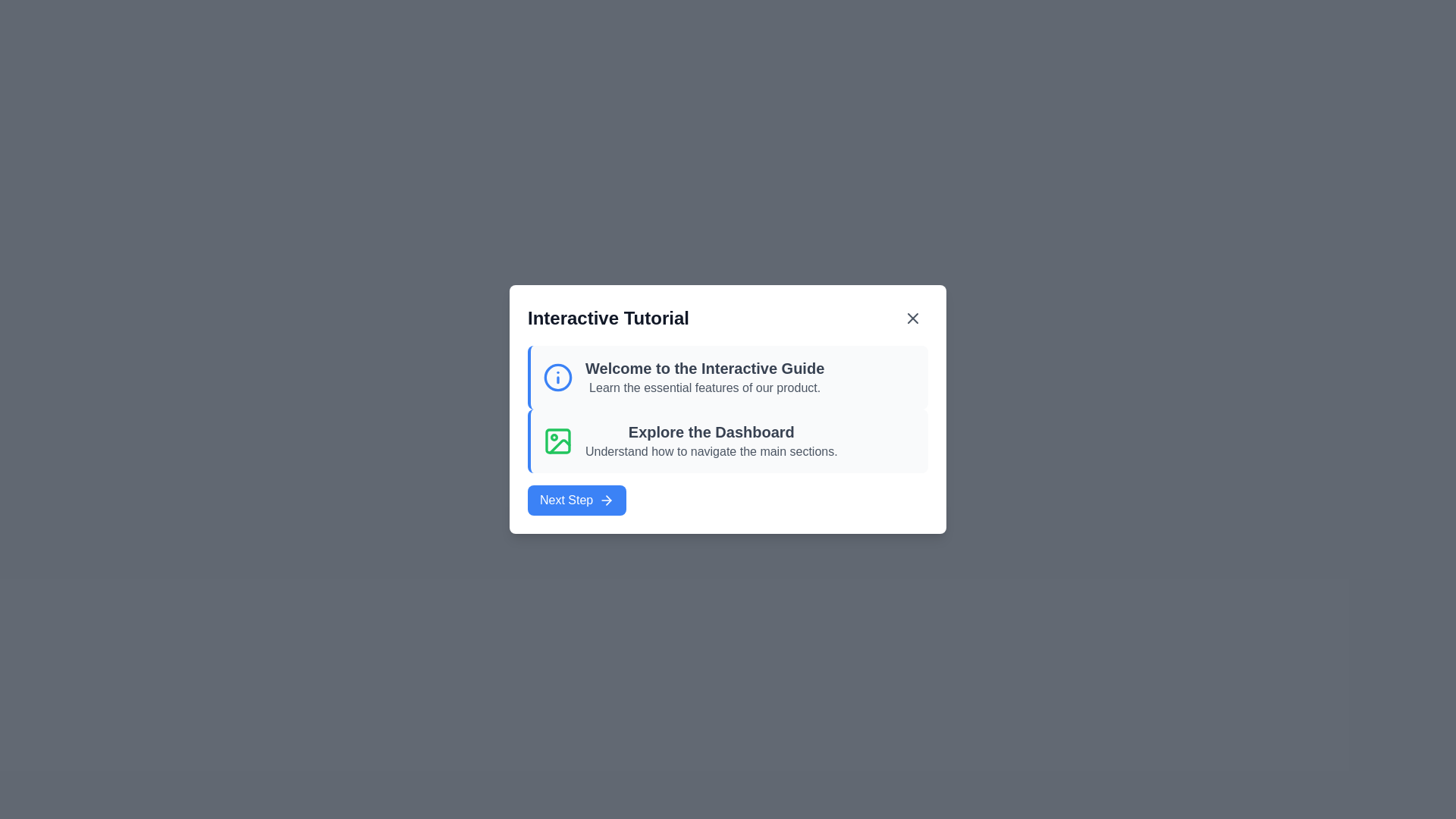  What do you see at coordinates (607, 500) in the screenshot?
I see `the right-facing arrow icon located at the far right side of the 'Next Step' button` at bounding box center [607, 500].